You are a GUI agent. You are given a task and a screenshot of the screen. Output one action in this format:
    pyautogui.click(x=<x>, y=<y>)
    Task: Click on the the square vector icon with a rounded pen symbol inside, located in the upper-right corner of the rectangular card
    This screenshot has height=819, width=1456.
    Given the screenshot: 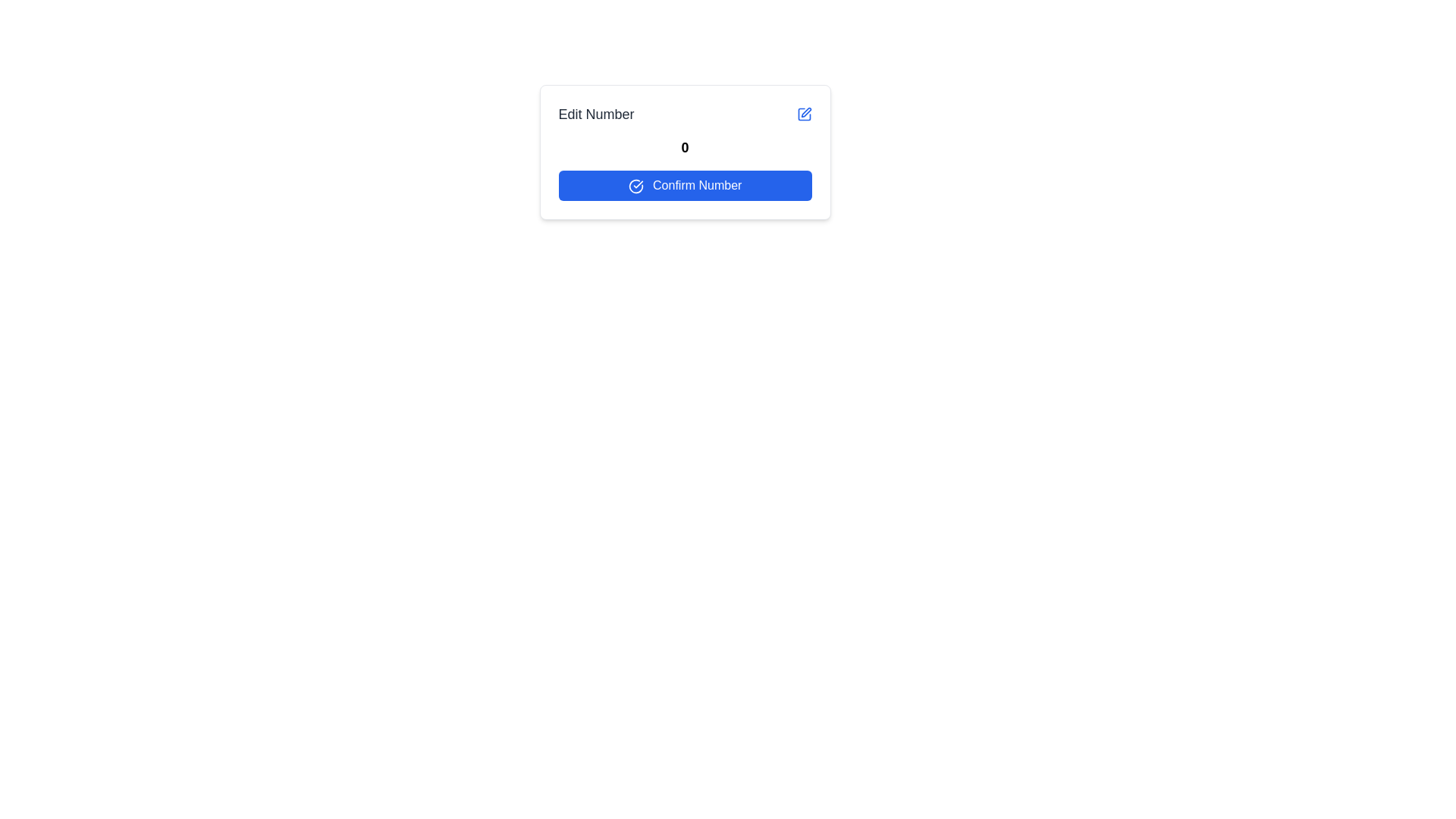 What is the action you would take?
    pyautogui.click(x=803, y=113)
    